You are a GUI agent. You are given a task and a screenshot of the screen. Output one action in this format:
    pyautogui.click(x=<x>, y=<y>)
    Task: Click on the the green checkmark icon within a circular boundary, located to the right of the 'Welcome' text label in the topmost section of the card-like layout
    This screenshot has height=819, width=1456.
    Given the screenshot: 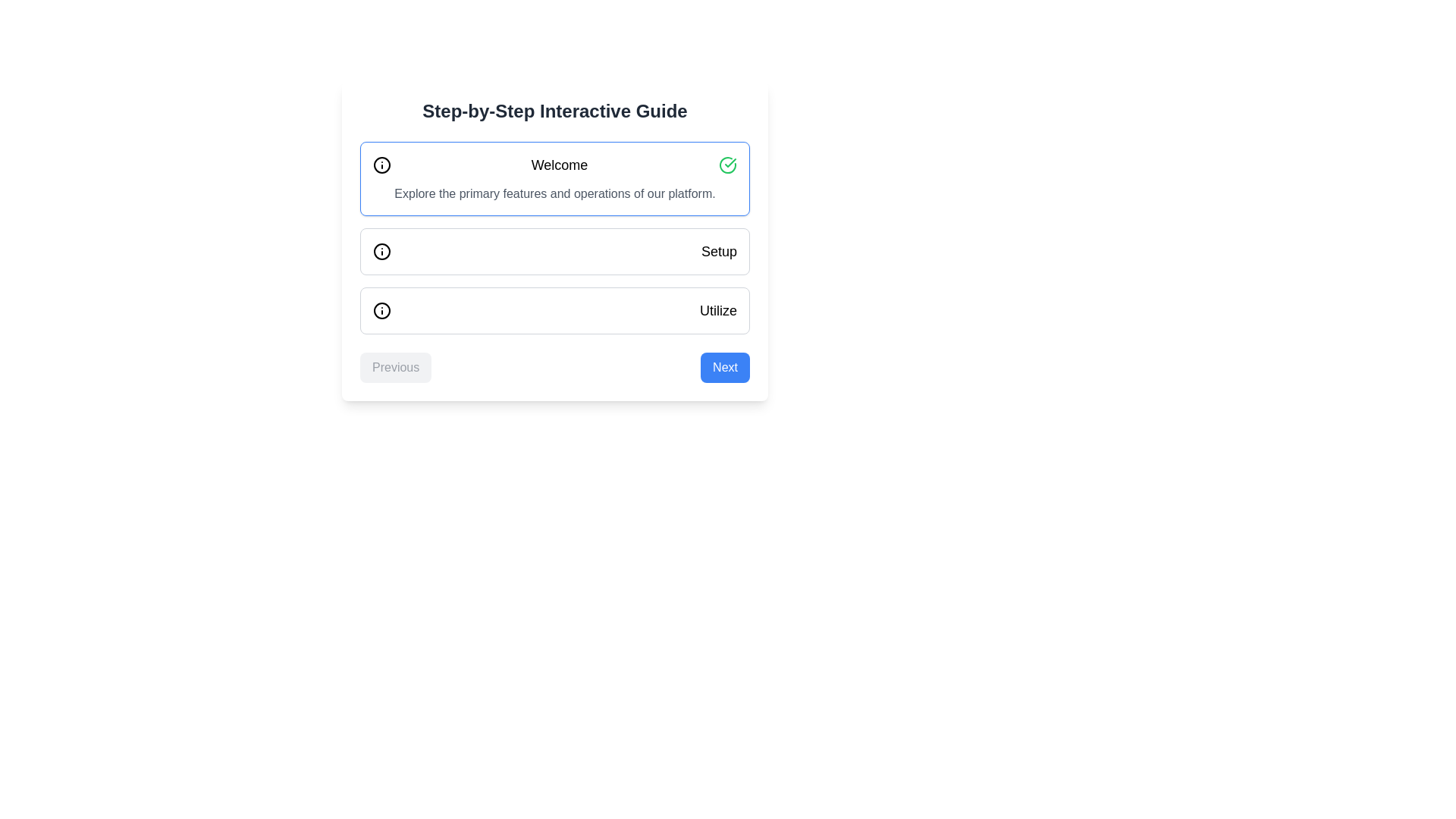 What is the action you would take?
    pyautogui.click(x=730, y=163)
    